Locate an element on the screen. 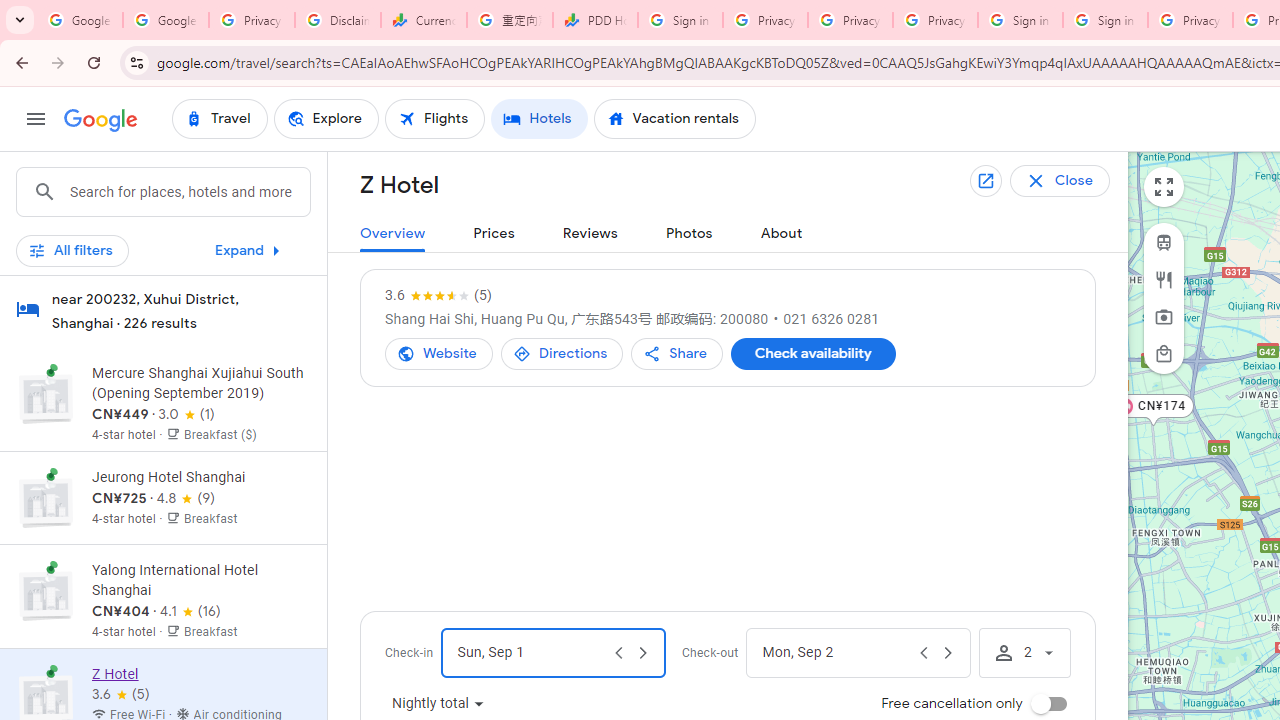  'Price displayedNightly total' is located at coordinates (438, 703).